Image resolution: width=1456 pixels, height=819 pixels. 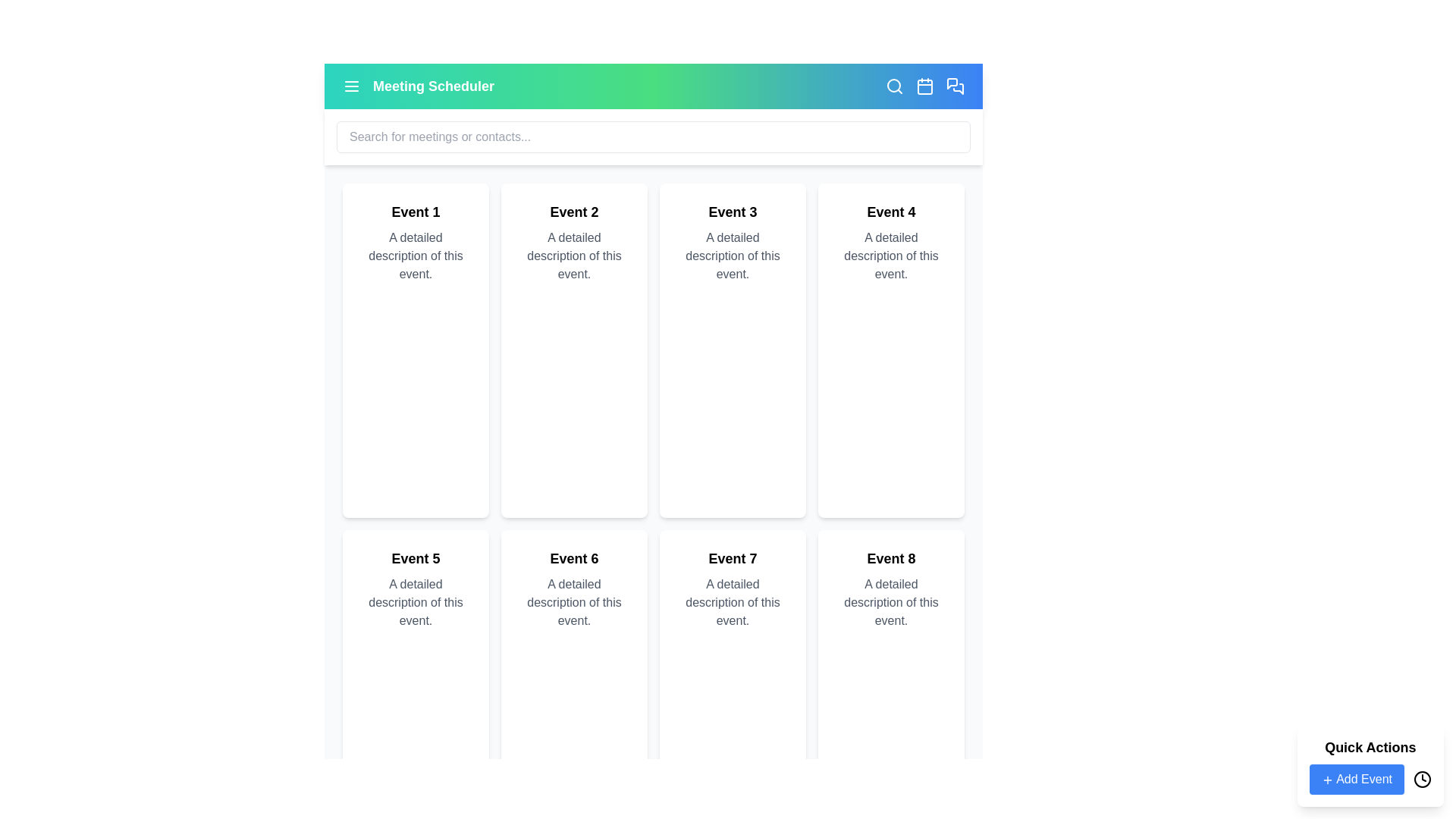 I want to click on informational text located beneath the title of the 'Event 4' card, which is the fourth card in the row of event cards, so click(x=891, y=256).